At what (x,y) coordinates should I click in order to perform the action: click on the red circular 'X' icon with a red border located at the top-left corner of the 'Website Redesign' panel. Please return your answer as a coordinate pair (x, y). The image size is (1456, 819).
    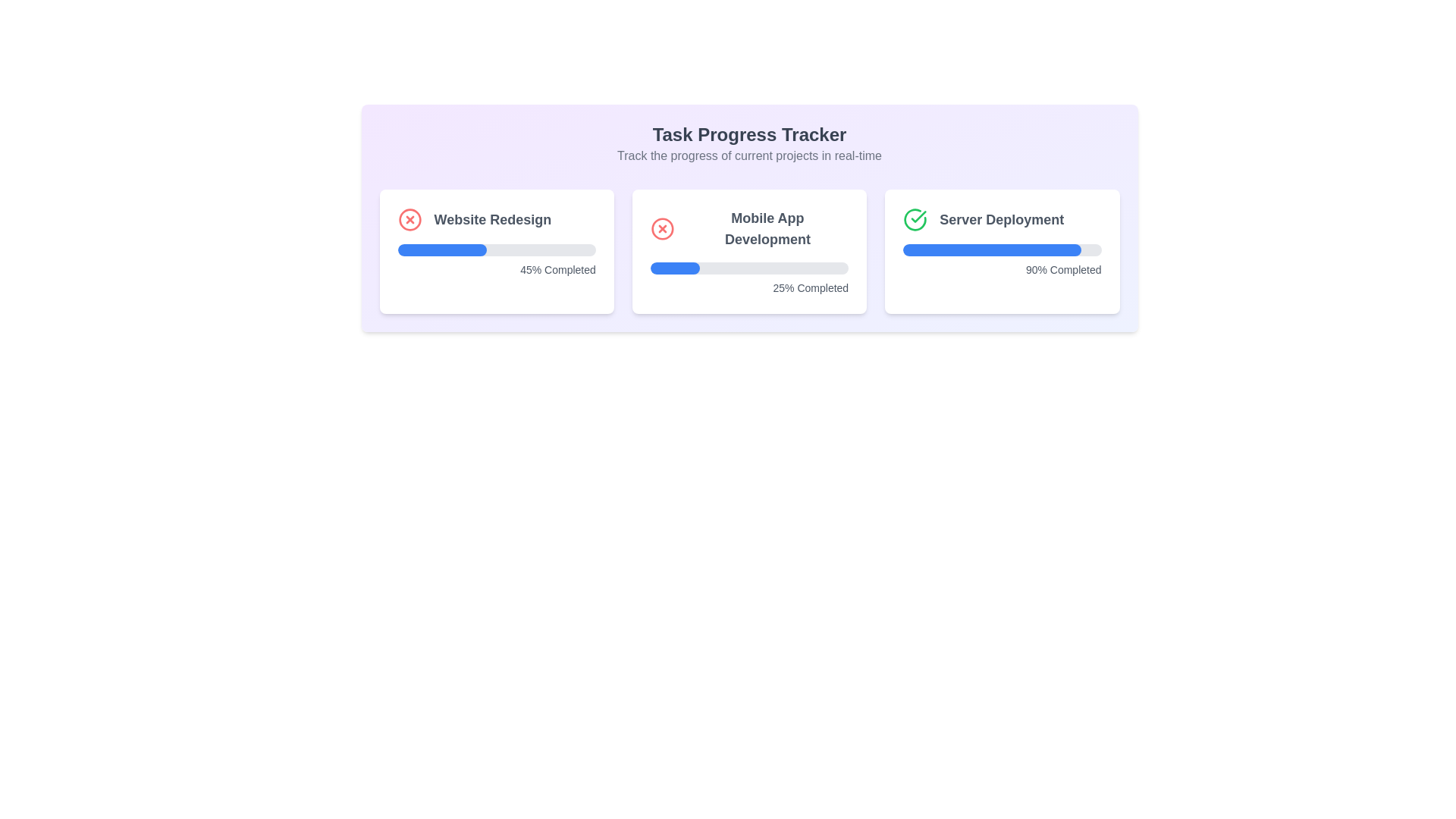
    Looking at the image, I should click on (409, 219).